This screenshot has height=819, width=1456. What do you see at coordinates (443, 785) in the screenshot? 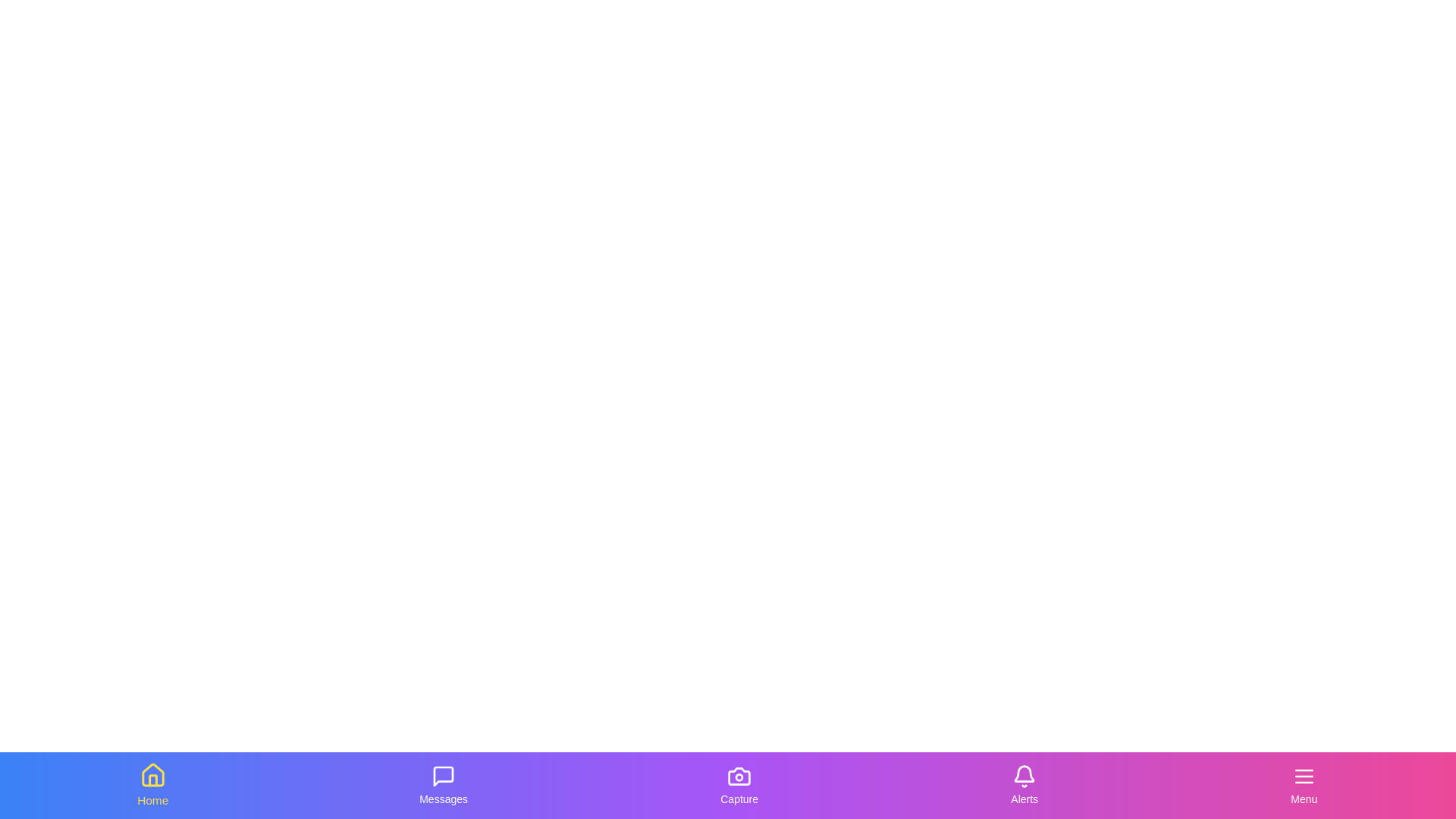
I see `the Messages tab by clicking on its icon or label` at bounding box center [443, 785].